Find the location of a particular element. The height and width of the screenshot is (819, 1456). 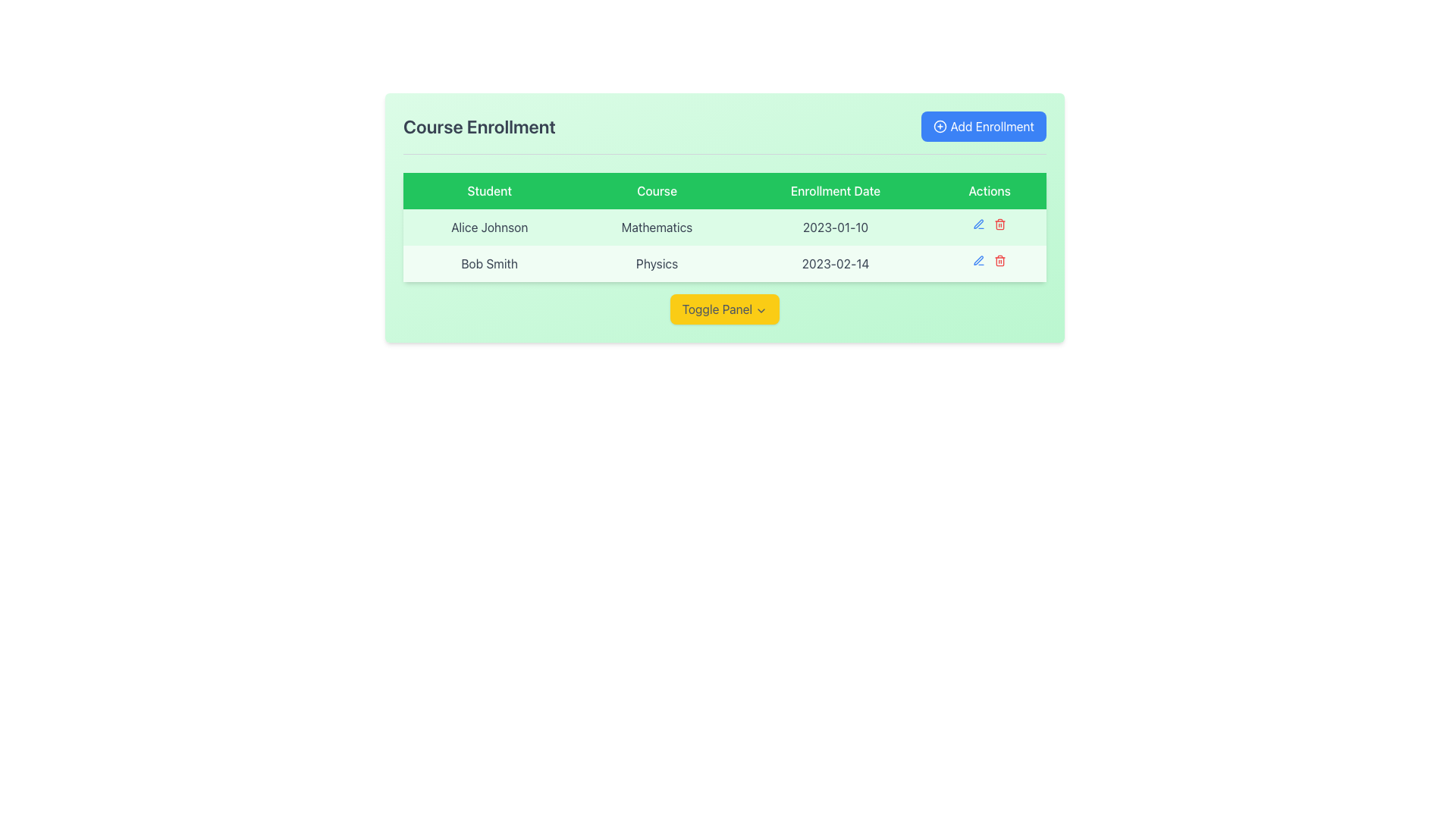

the 'Course Enrollment' text label, which is large, bold, and grayish-black on a light green background, positioned above the data table and to the left of the 'Add Enrollment' button is located at coordinates (479, 125).